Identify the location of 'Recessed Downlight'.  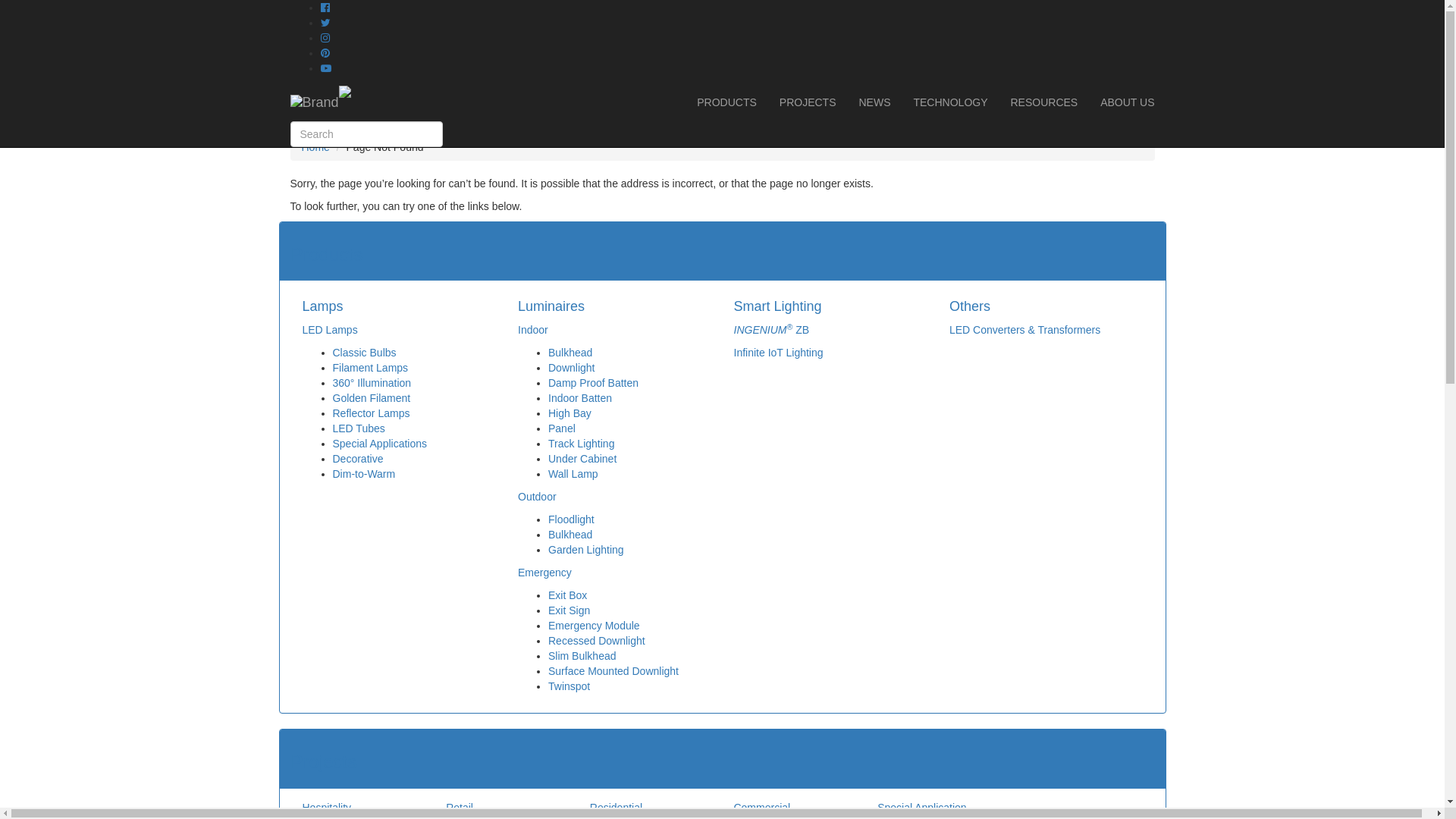
(596, 640).